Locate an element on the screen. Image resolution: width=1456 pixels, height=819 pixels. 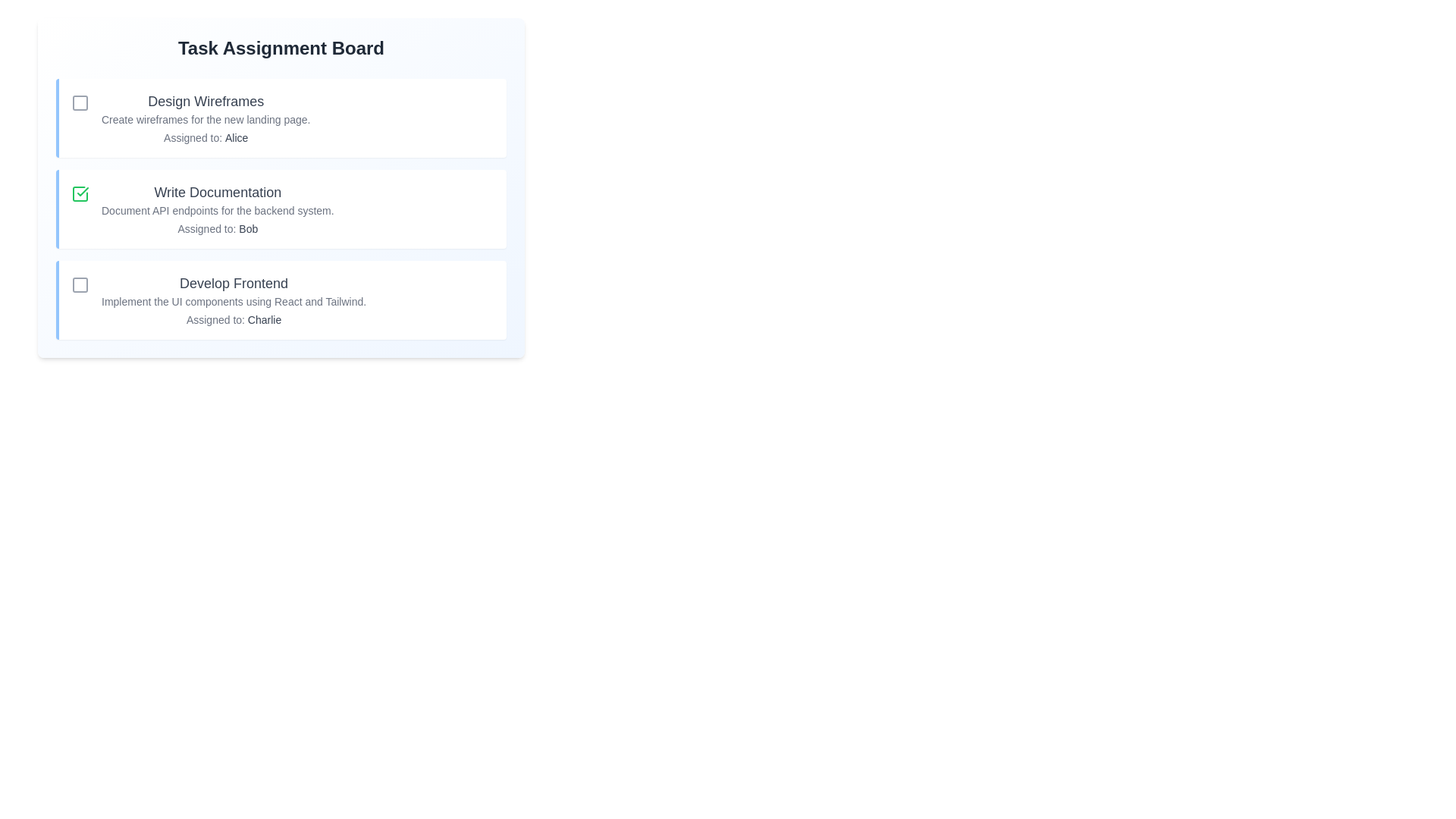
the text block titled 'Write Documentation', which contains a description about documenting API endpoints and is located in the Task Assignment Board, specifically positioned between 'Design Wireframes' and 'Develop Frontend' is located at coordinates (217, 209).